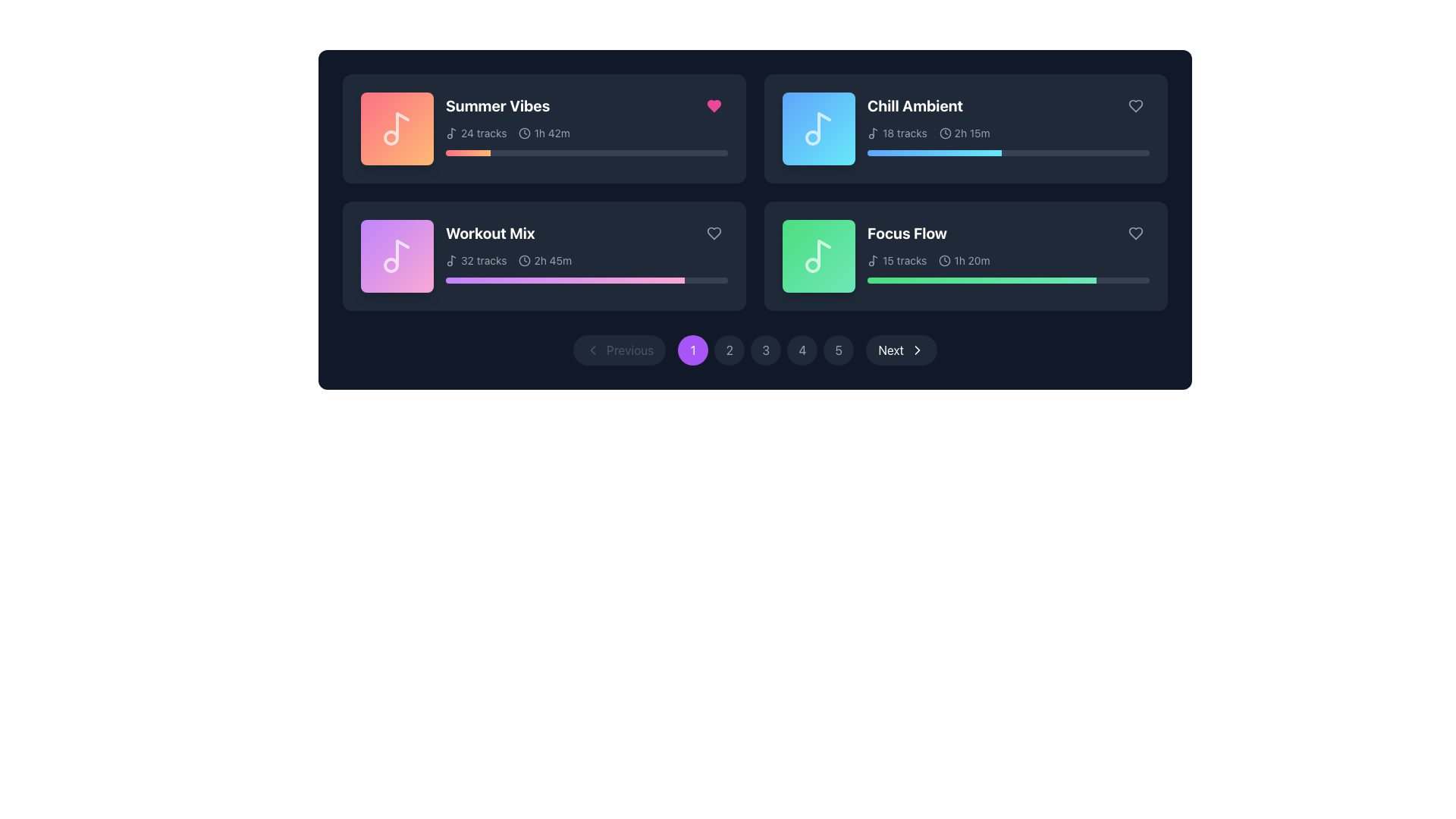 The image size is (1456, 819). Describe the element at coordinates (585, 281) in the screenshot. I see `the progress bar located in the 'Workout Mix' section, which serves as a progress indicator for the associated content` at that location.